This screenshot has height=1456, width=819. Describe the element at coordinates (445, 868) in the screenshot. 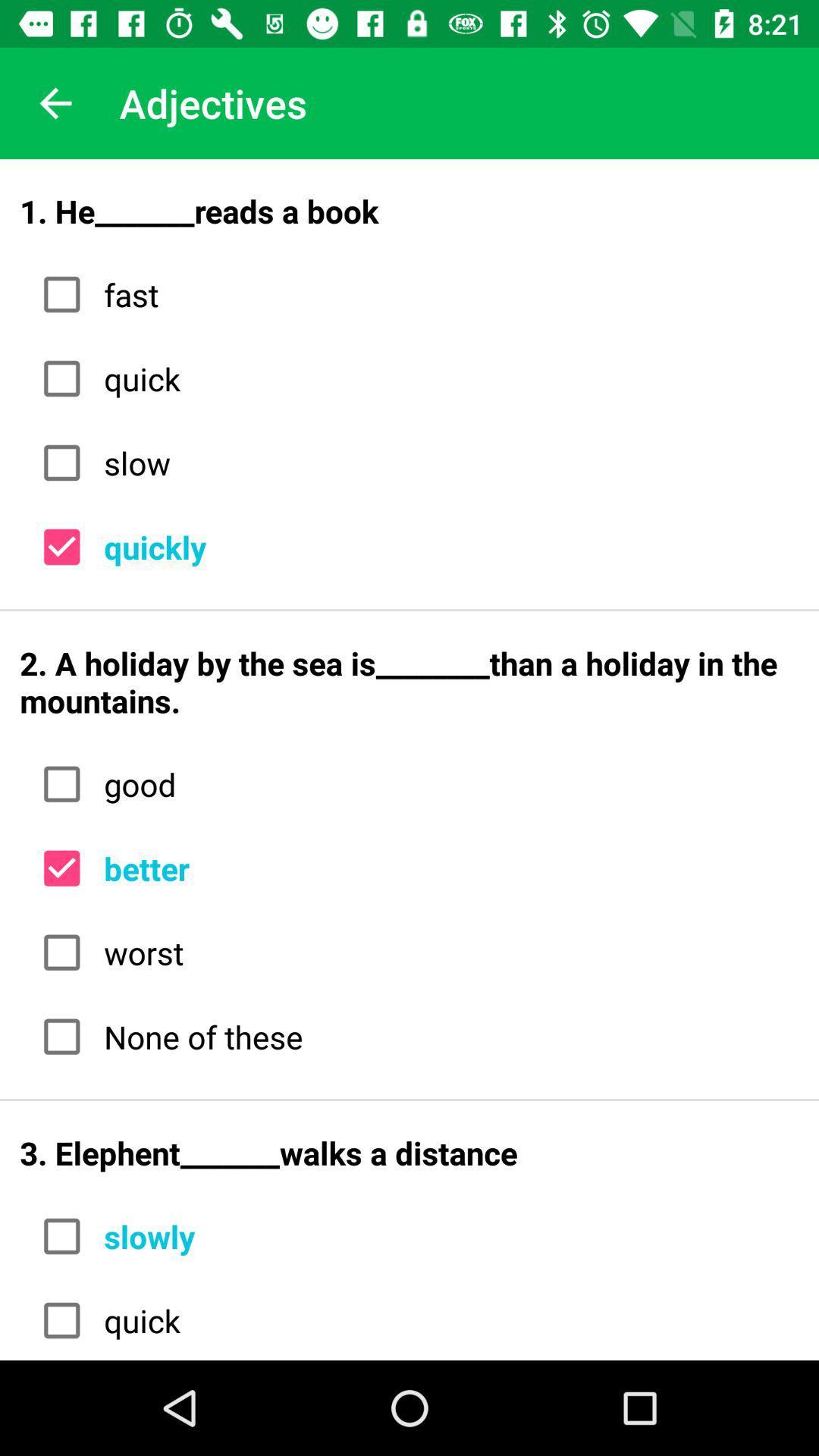

I see `the better icon` at that location.